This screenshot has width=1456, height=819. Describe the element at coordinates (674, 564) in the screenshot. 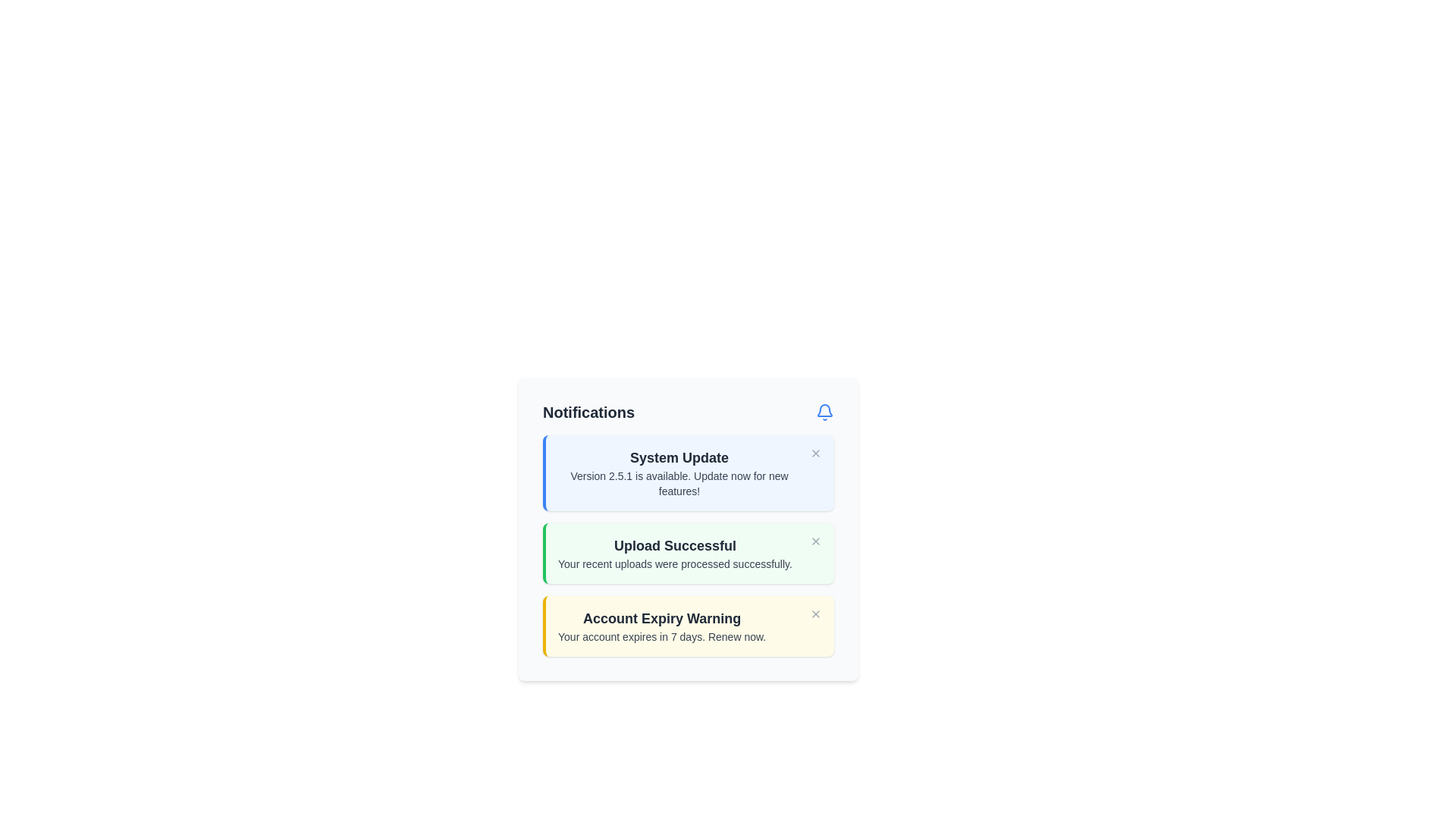

I see `the text label that displays 'Your recent uploads were processed successfully.' located within the notification box titled 'Upload Successful.'` at that location.